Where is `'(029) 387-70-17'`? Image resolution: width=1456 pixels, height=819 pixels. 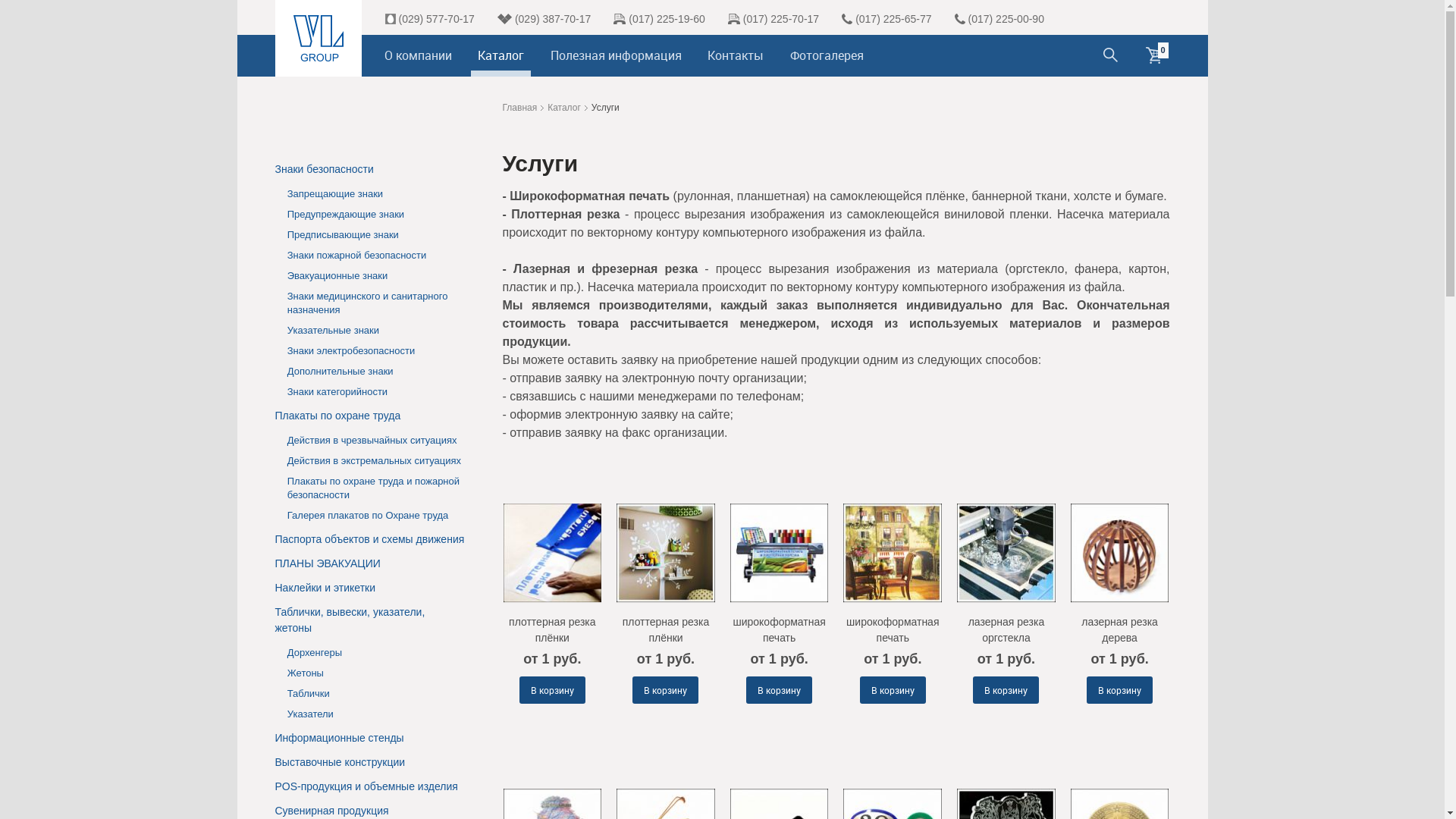 '(029) 387-70-17' is located at coordinates (552, 18).